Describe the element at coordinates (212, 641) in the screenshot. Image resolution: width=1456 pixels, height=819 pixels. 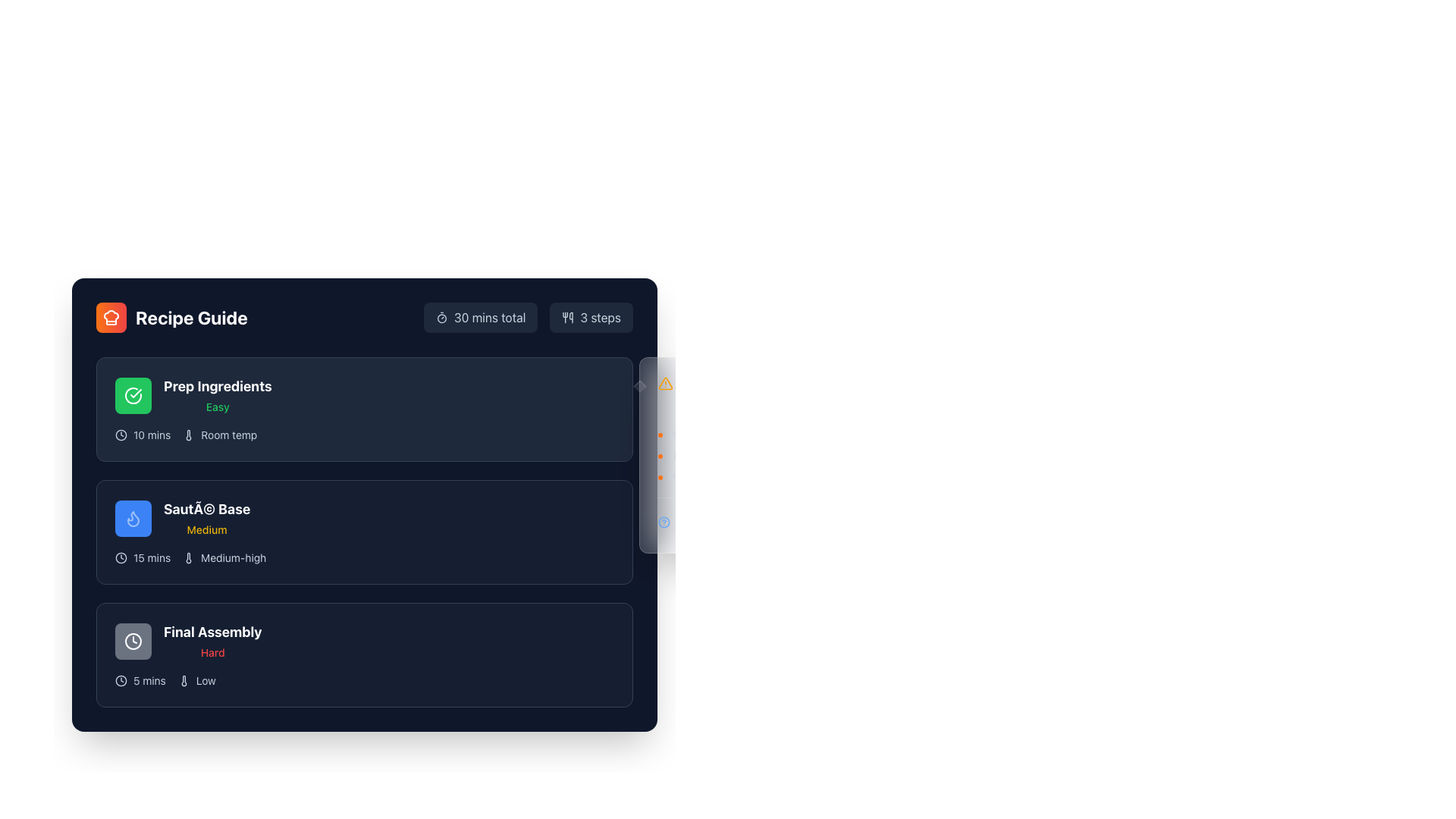
I see `the static text element providing information about the 'Final Assembly' step with a difficulty level of 'Hard'` at that location.